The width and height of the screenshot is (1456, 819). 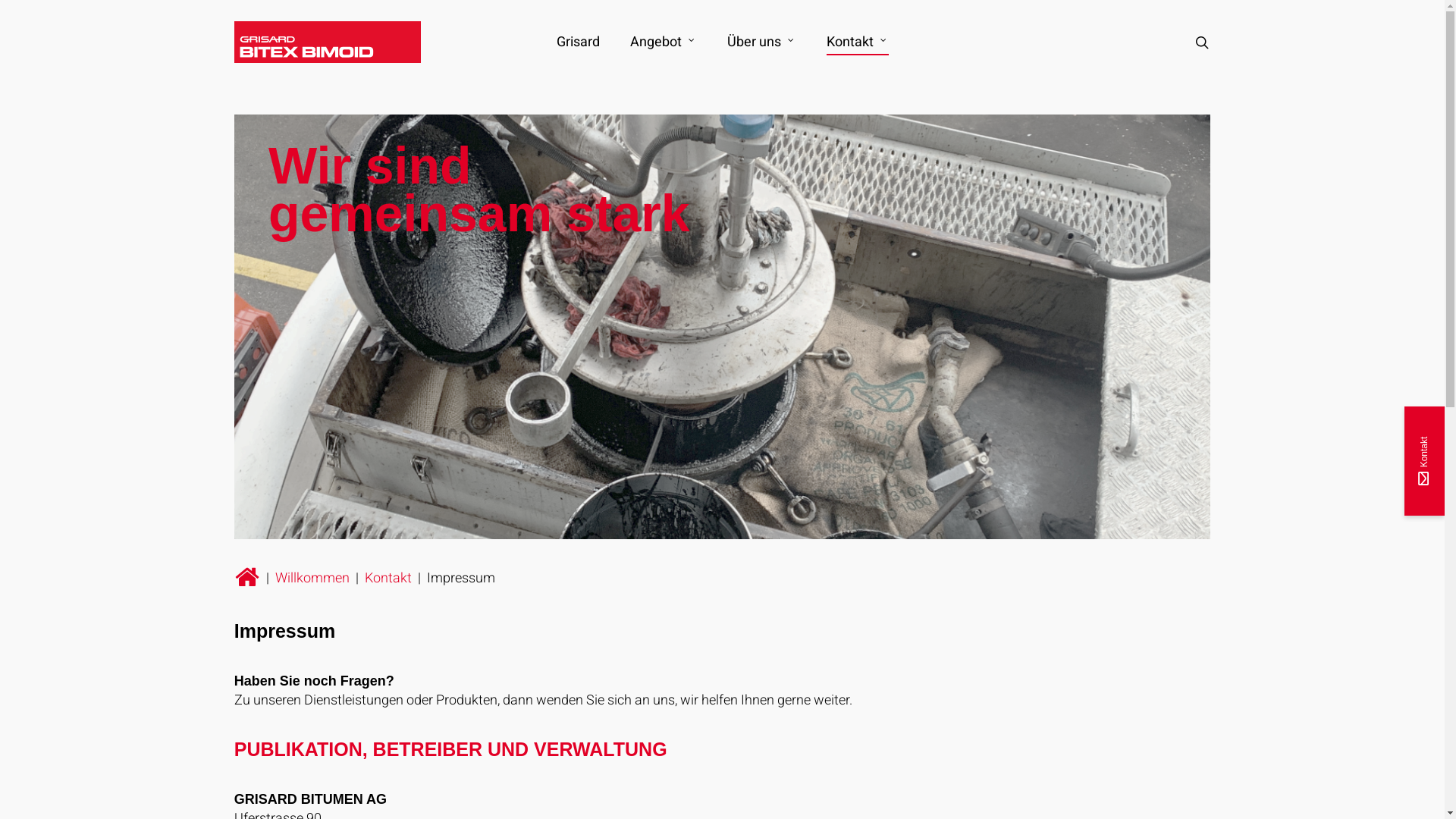 I want to click on 'Grisard', so click(x=577, y=40).